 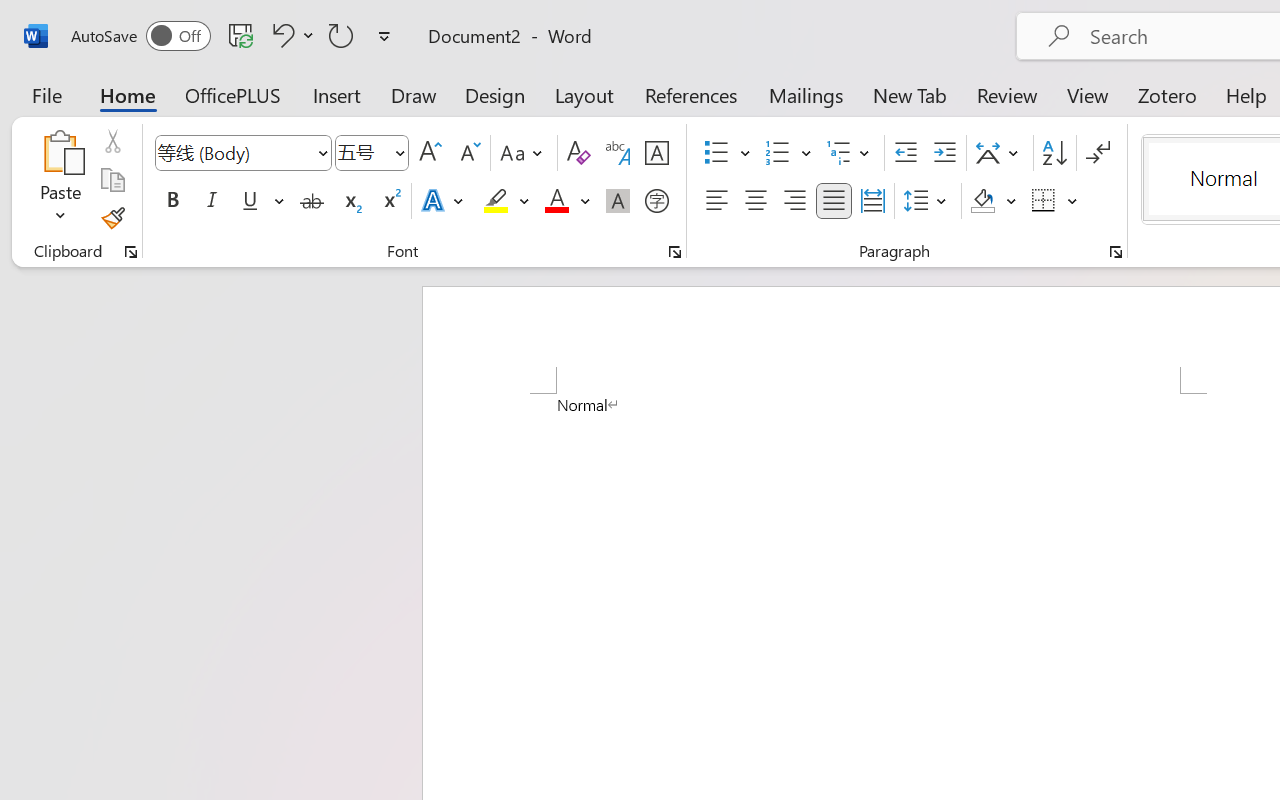 What do you see at coordinates (506, 201) in the screenshot?
I see `'Text Highlight Color'` at bounding box center [506, 201].